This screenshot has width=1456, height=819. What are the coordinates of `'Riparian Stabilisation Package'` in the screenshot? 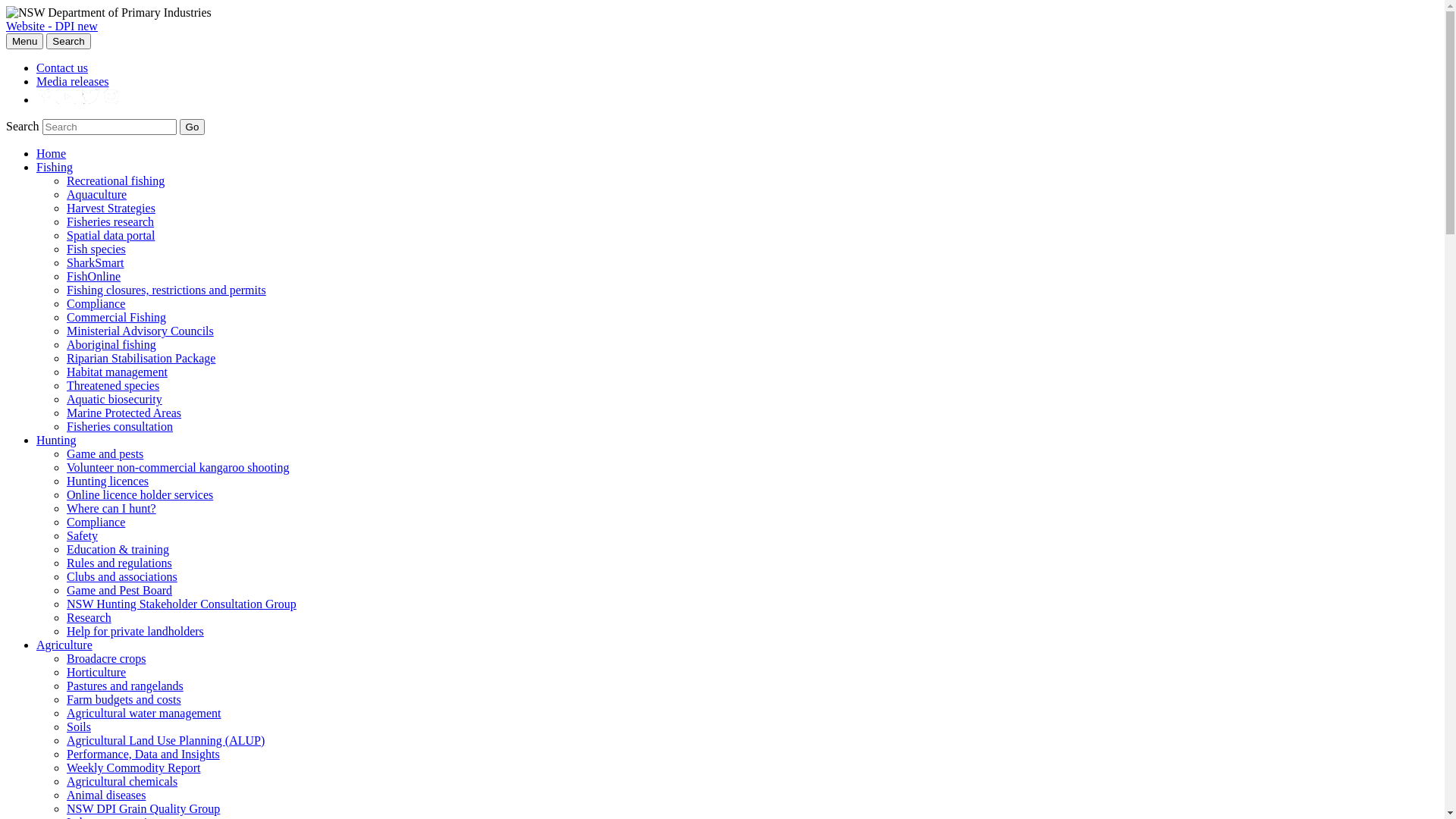 It's located at (65, 358).